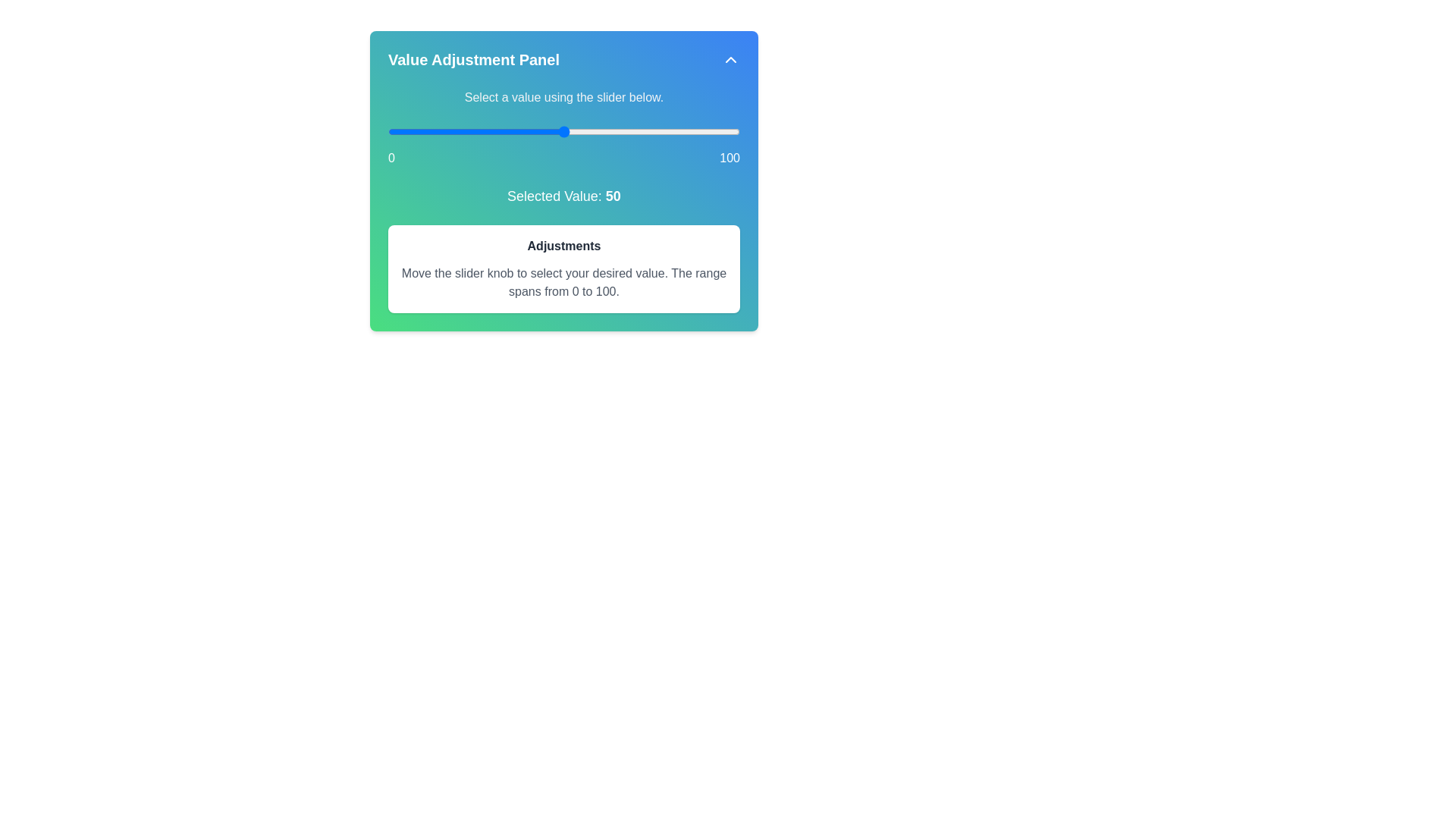 The width and height of the screenshot is (1456, 819). Describe the element at coordinates (588, 130) in the screenshot. I see `the slider value` at that location.